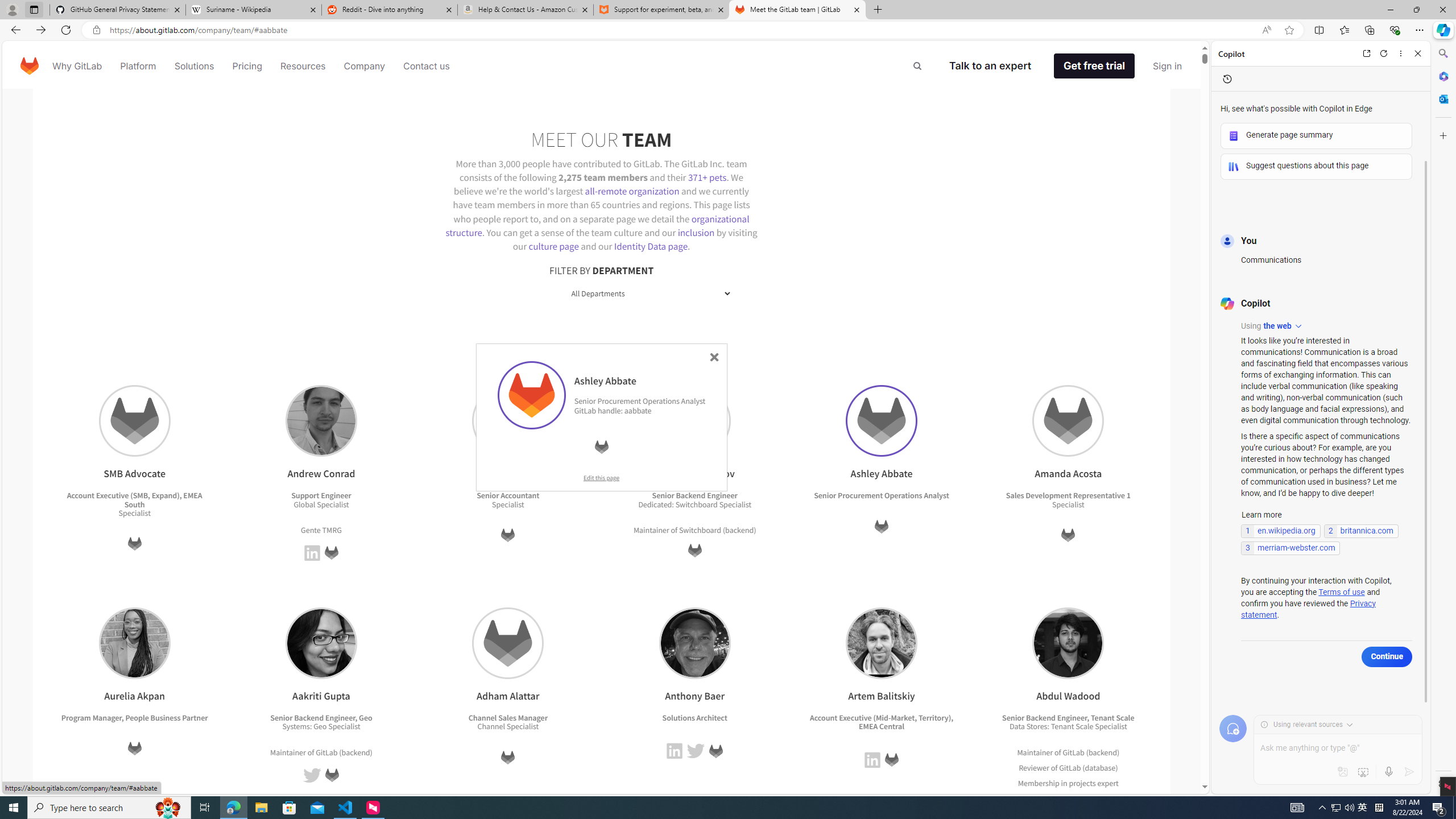 This screenshot has height=819, width=1456. Describe the element at coordinates (1057, 781) in the screenshot. I see `'Membership in projects'` at that location.